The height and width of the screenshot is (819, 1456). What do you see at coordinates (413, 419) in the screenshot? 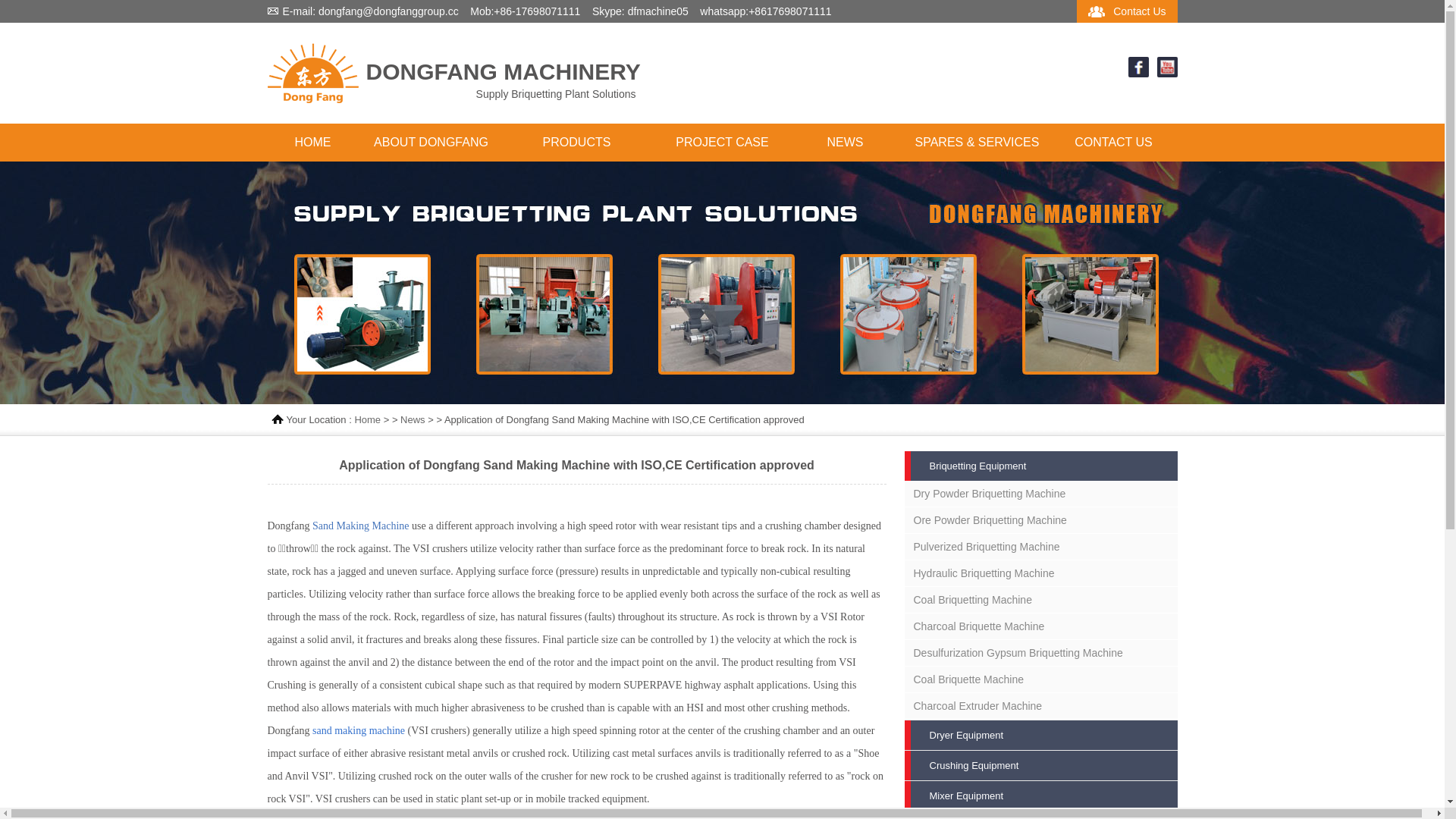
I see `'News'` at bounding box center [413, 419].